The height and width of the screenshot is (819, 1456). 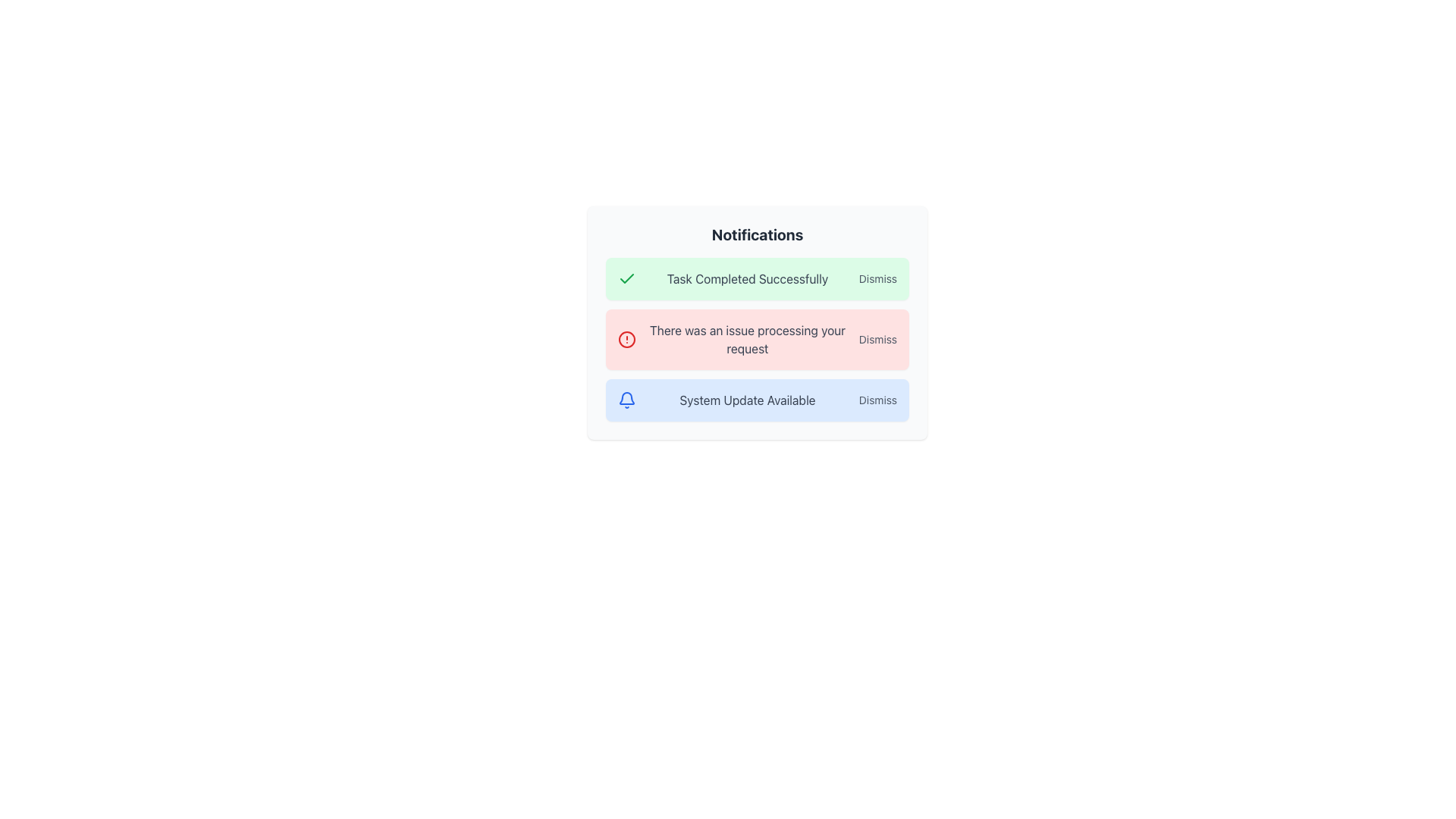 What do you see at coordinates (626, 278) in the screenshot?
I see `the success icon located at the leftmost part of the notification bar indicating 'Task Completed Successfully'` at bounding box center [626, 278].